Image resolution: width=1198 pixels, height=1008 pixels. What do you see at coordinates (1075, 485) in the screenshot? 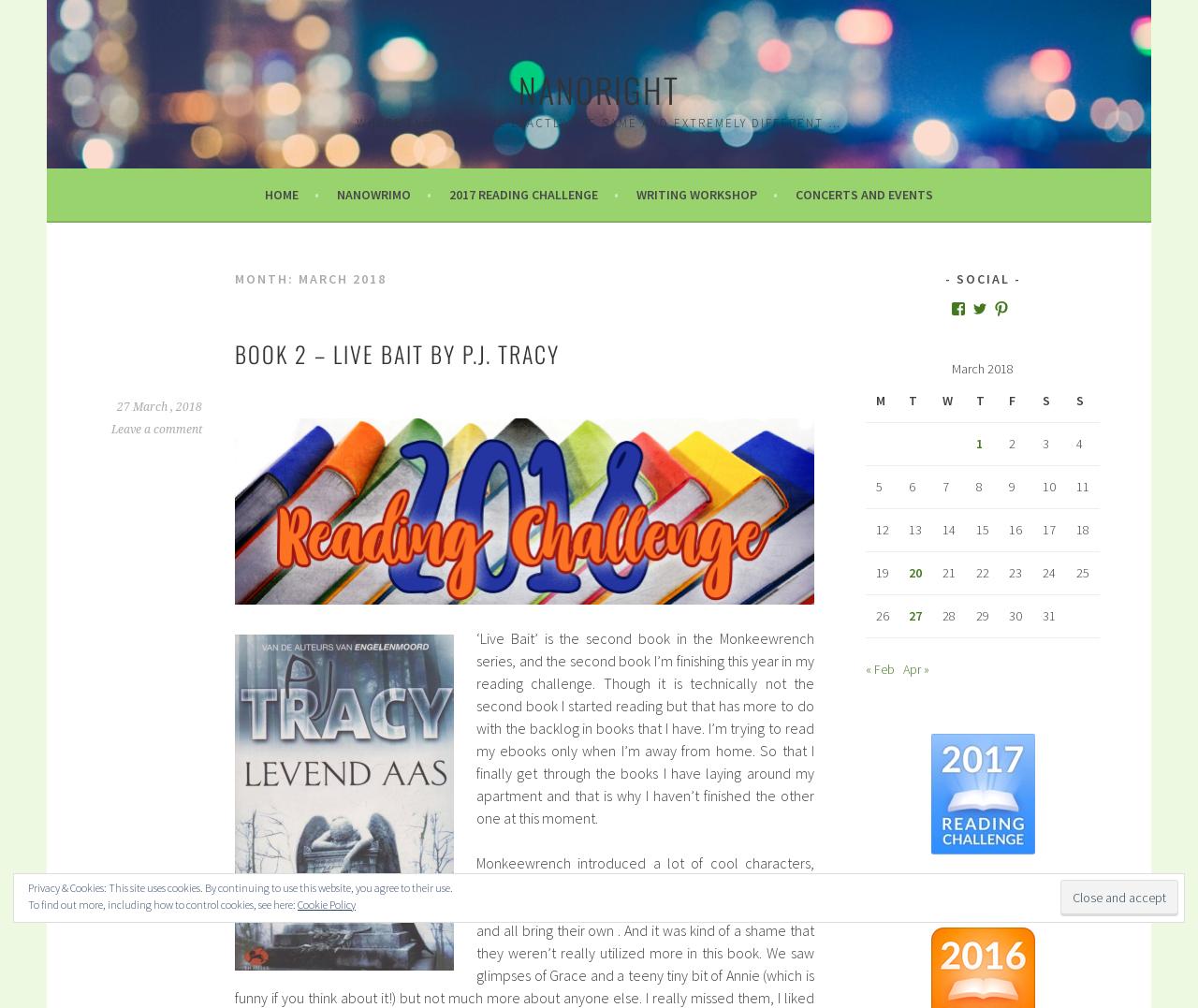
I see `'11'` at bounding box center [1075, 485].